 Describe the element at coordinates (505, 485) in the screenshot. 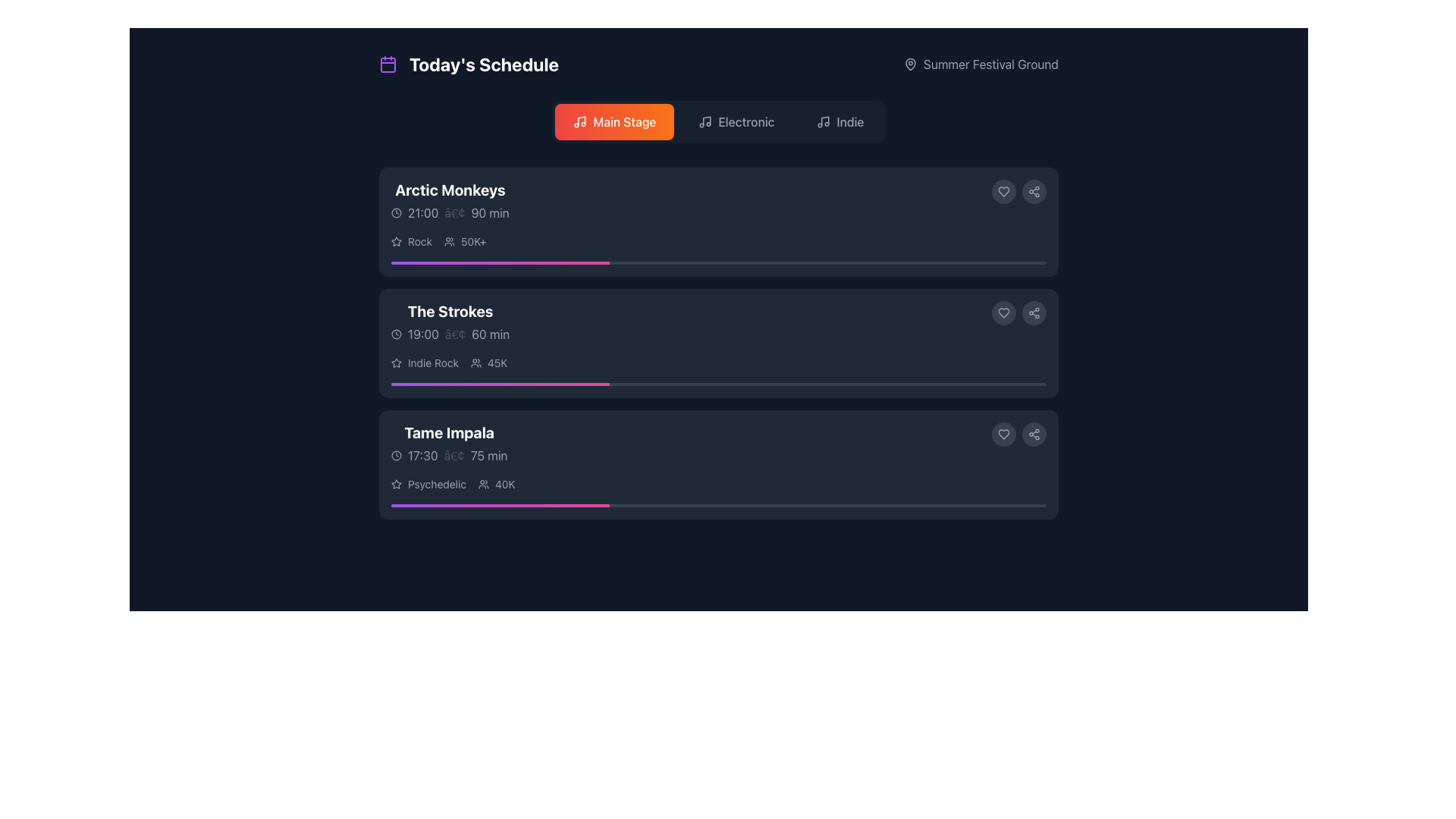

I see `the static text label displaying the number of attendees for the band 'Tame Impala', which is located next to a user group icon in the third row of the list` at that location.